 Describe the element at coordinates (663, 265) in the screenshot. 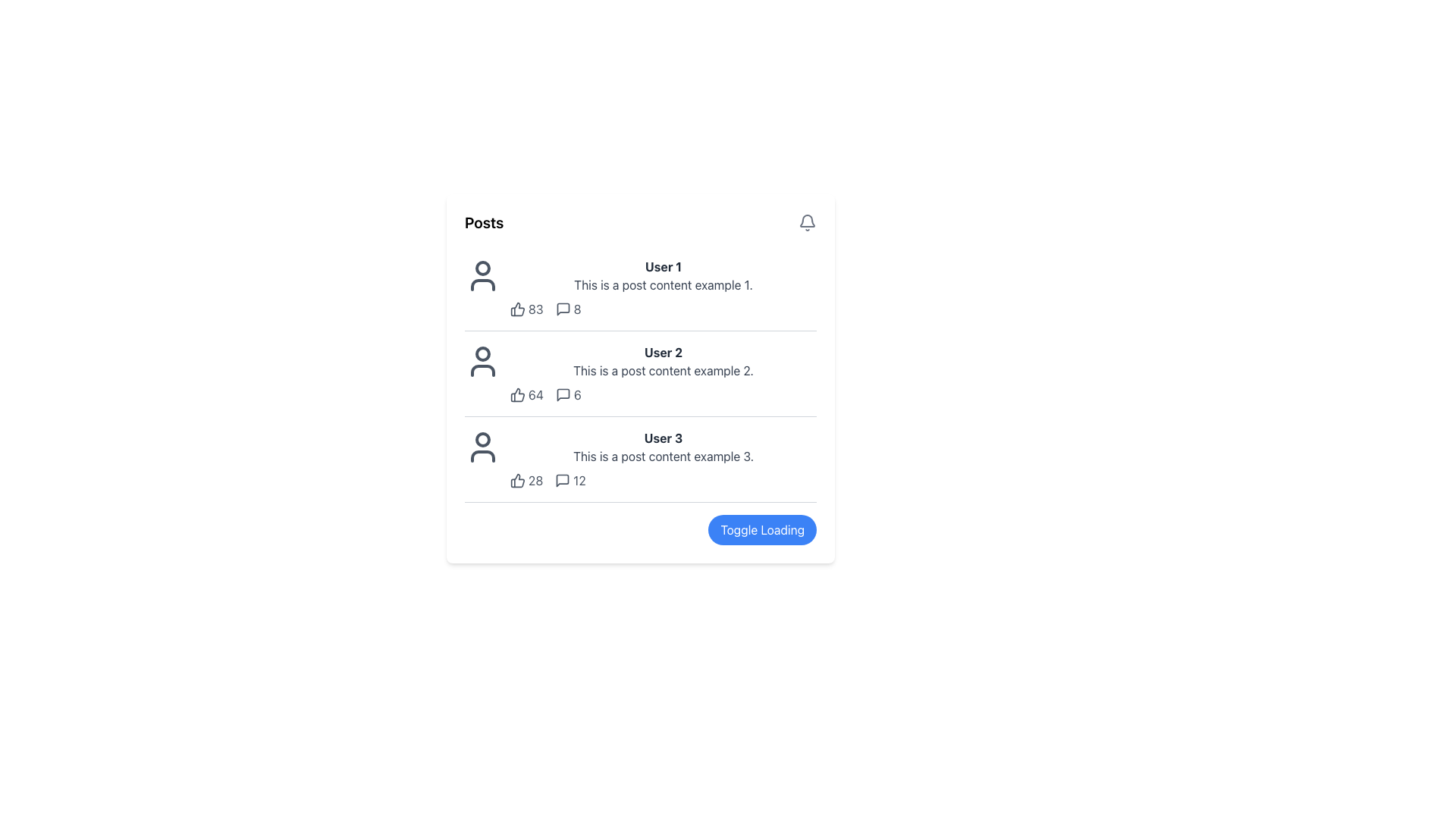

I see `text label displaying the name of the user associated with the post, which is positioned at the top of the content block for 'User 1'` at that location.